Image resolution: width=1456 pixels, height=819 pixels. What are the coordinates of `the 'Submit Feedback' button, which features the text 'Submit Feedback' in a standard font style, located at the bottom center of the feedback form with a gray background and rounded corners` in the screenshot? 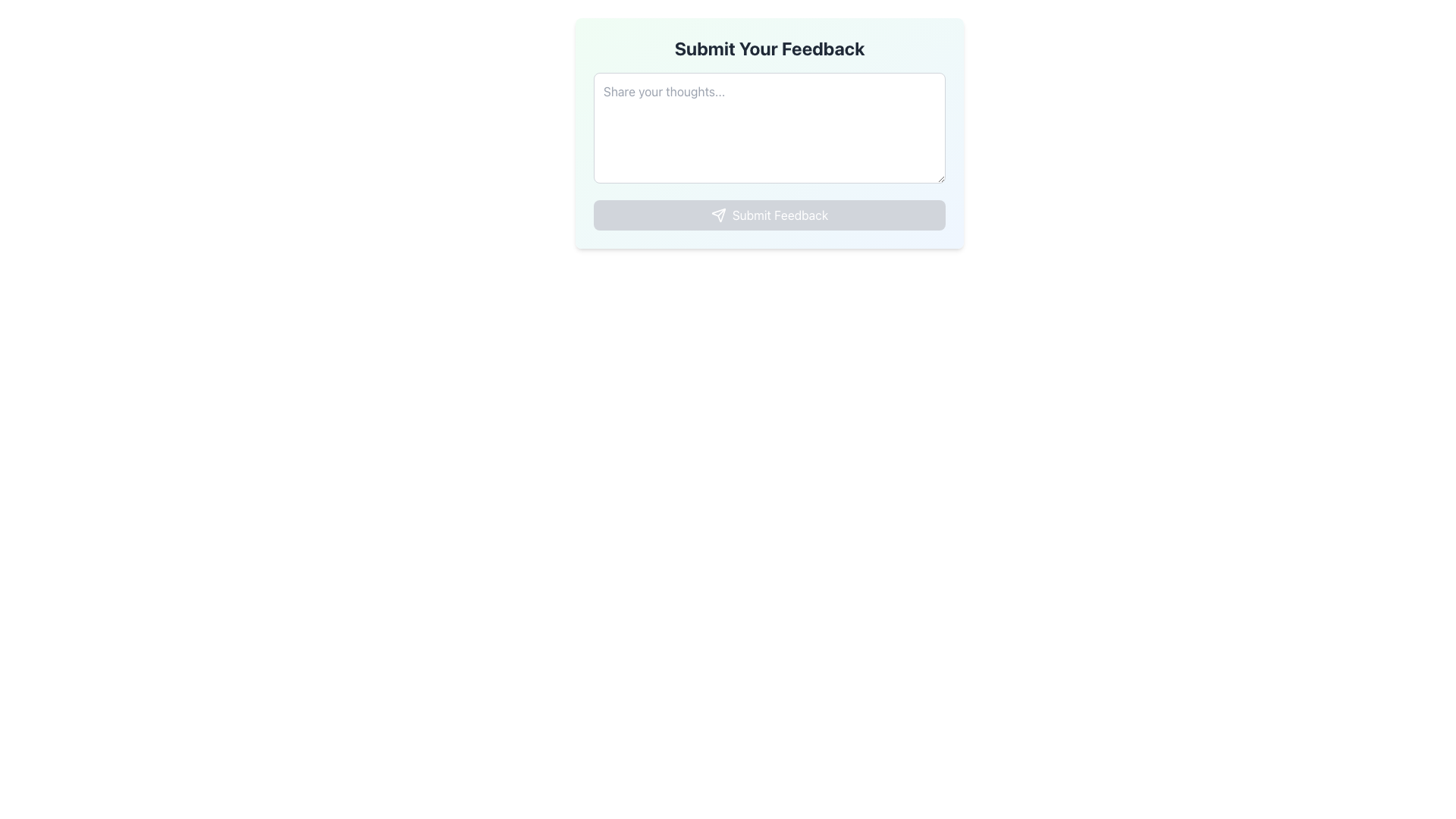 It's located at (780, 215).